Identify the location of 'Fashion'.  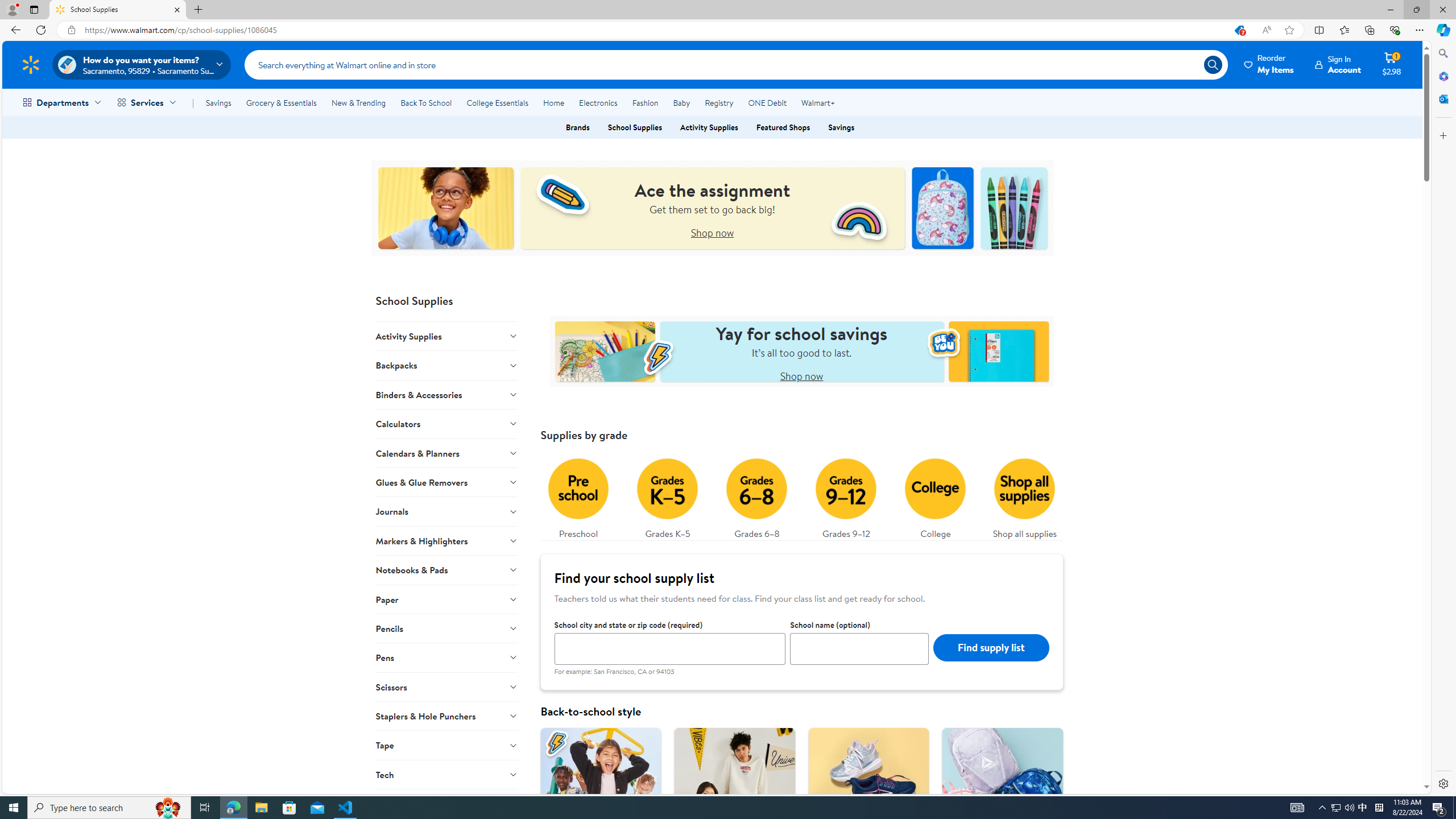
(644, 102).